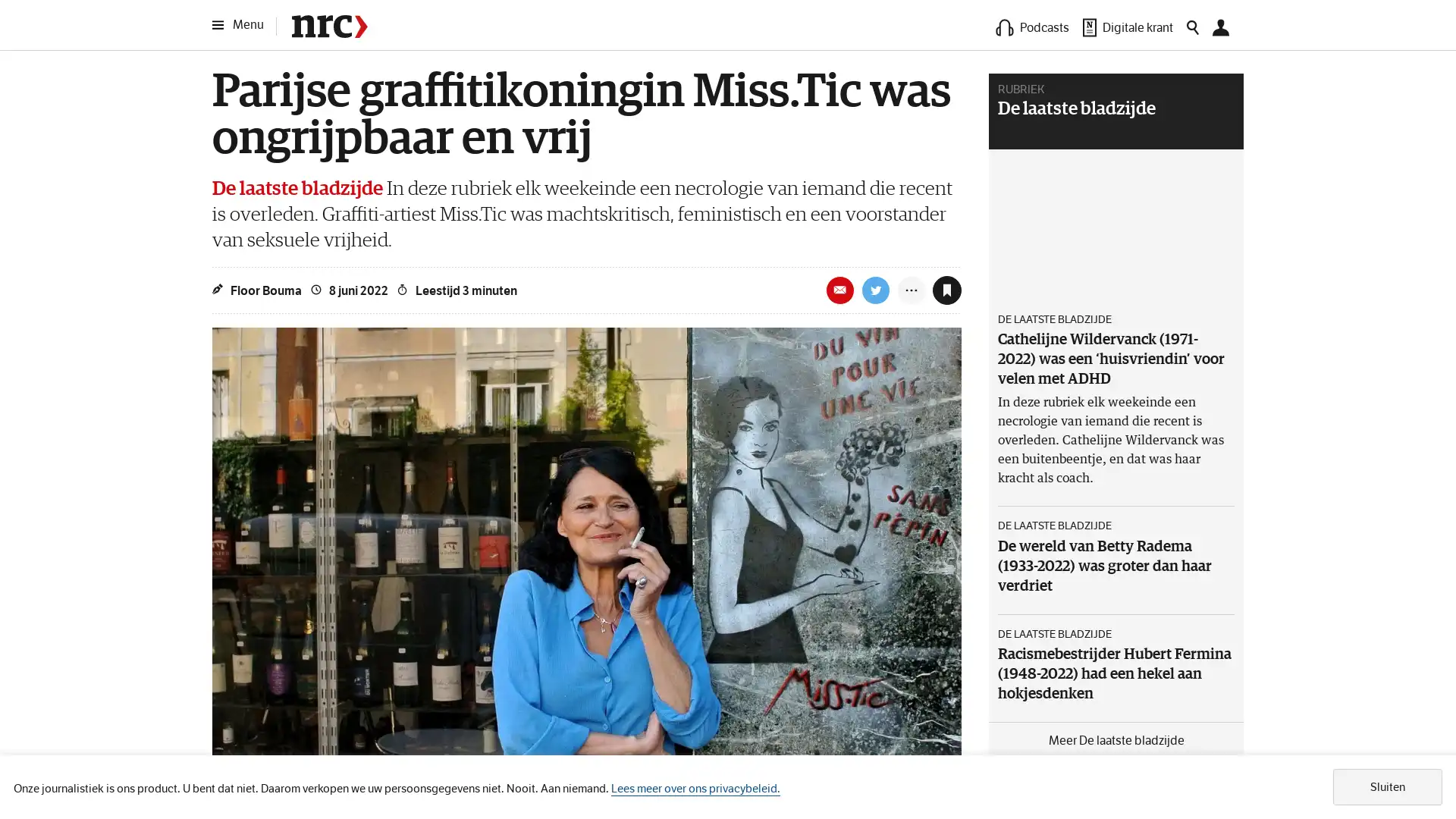 This screenshot has width=1456, height=819. I want to click on Meer opties, so click(910, 290).